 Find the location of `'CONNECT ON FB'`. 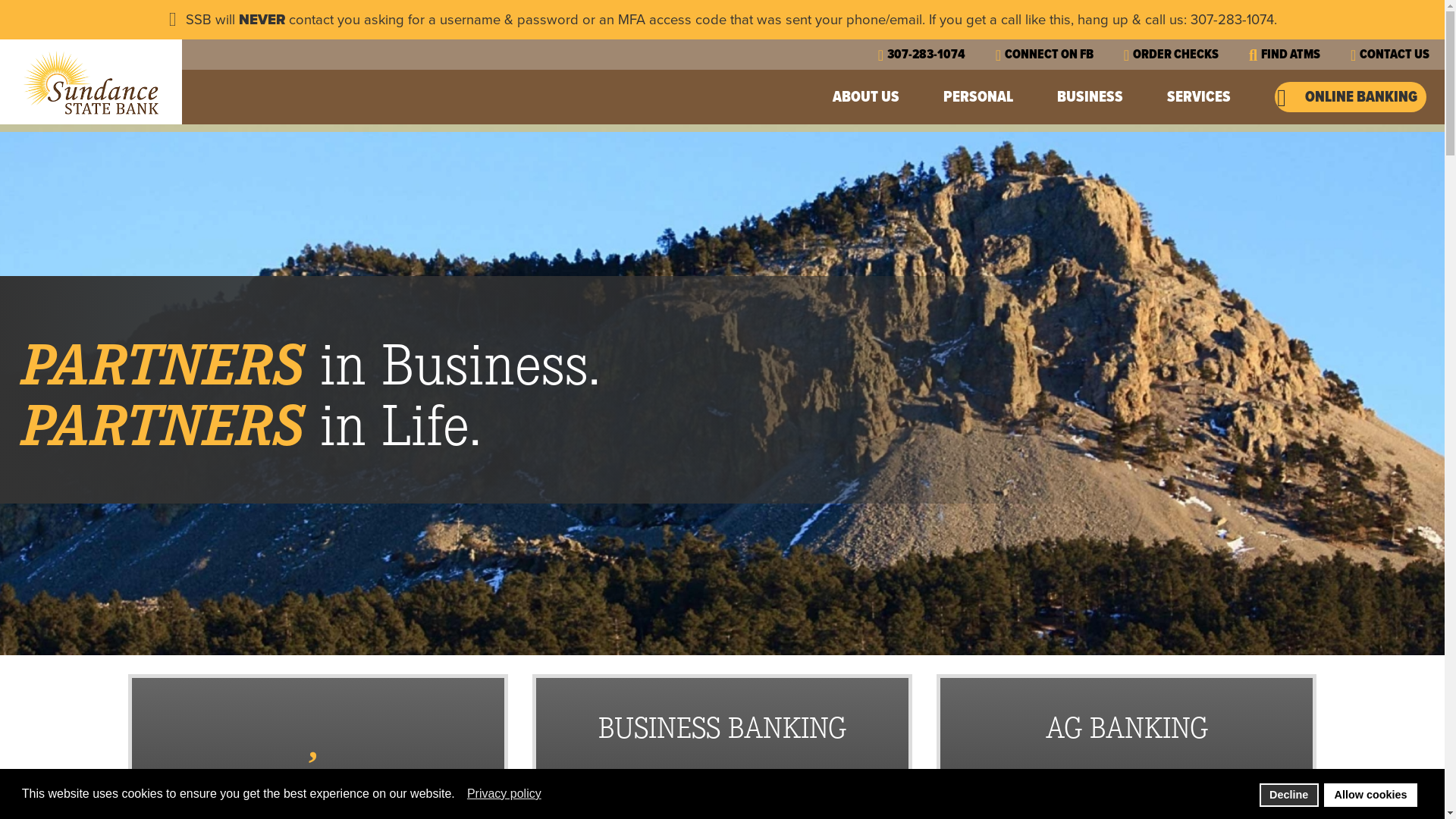

'CONNECT ON FB' is located at coordinates (996, 53).